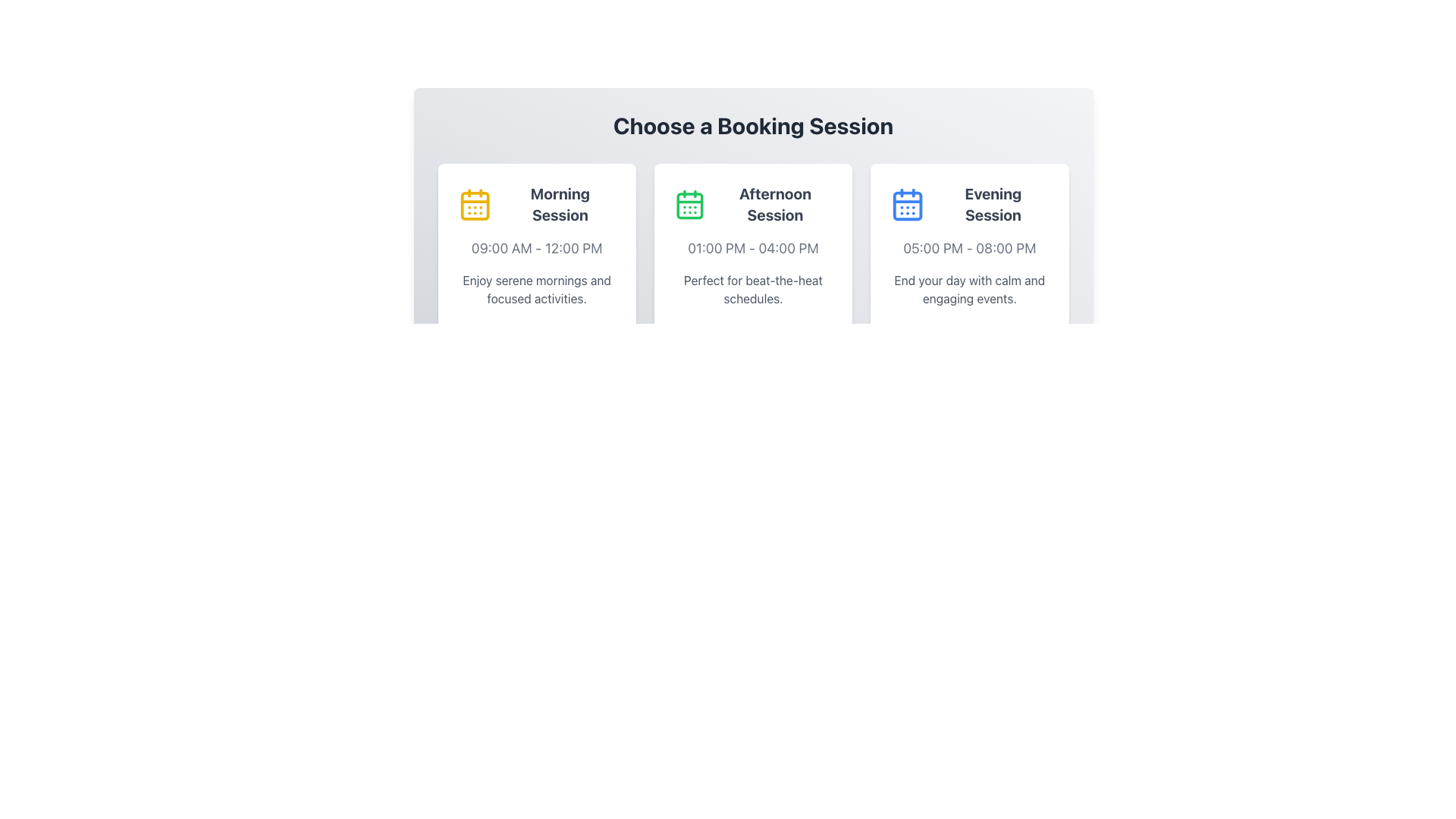 Image resolution: width=1456 pixels, height=819 pixels. What do you see at coordinates (908, 206) in the screenshot?
I see `the calendar icon under the 'Evening Session' category, which is a square icon with rounded corners` at bounding box center [908, 206].